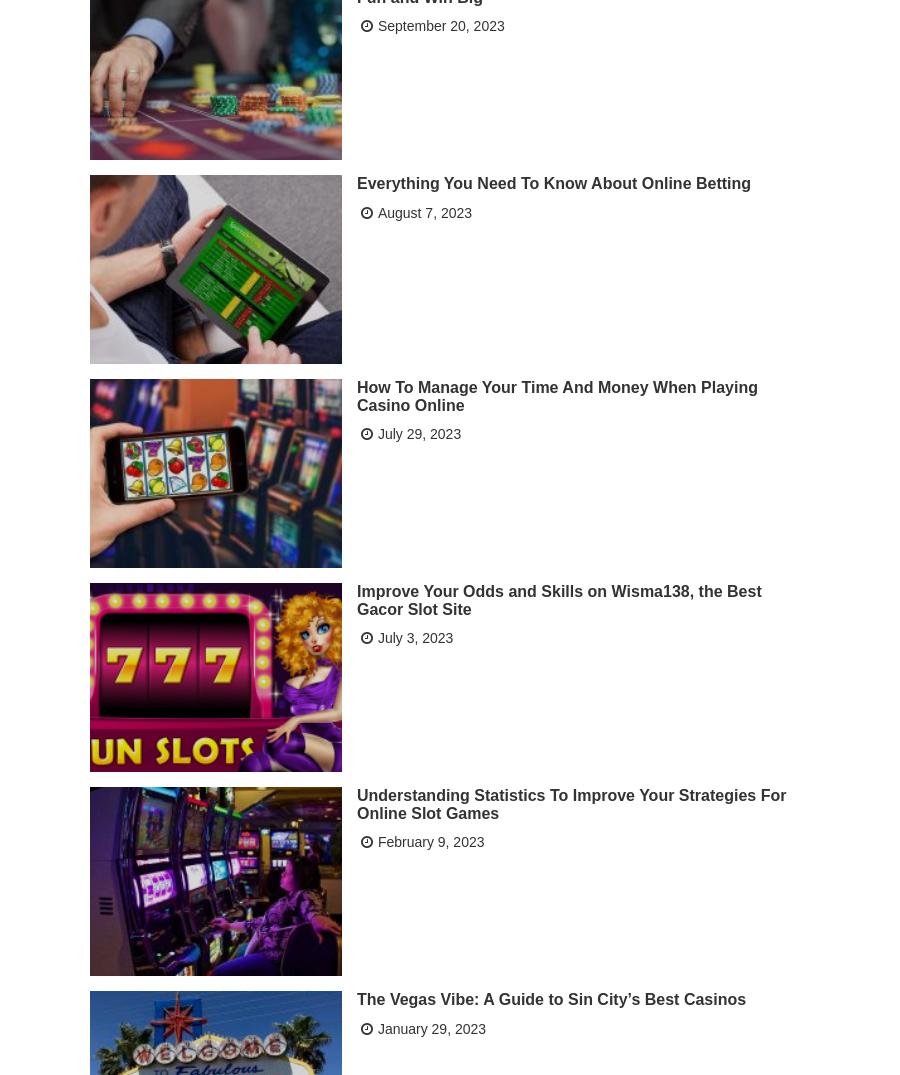 This screenshot has height=1075, width=900. Describe the element at coordinates (571, 801) in the screenshot. I see `'Understanding Statistics To Improve Your Strategies For Online Slot Games'` at that location.